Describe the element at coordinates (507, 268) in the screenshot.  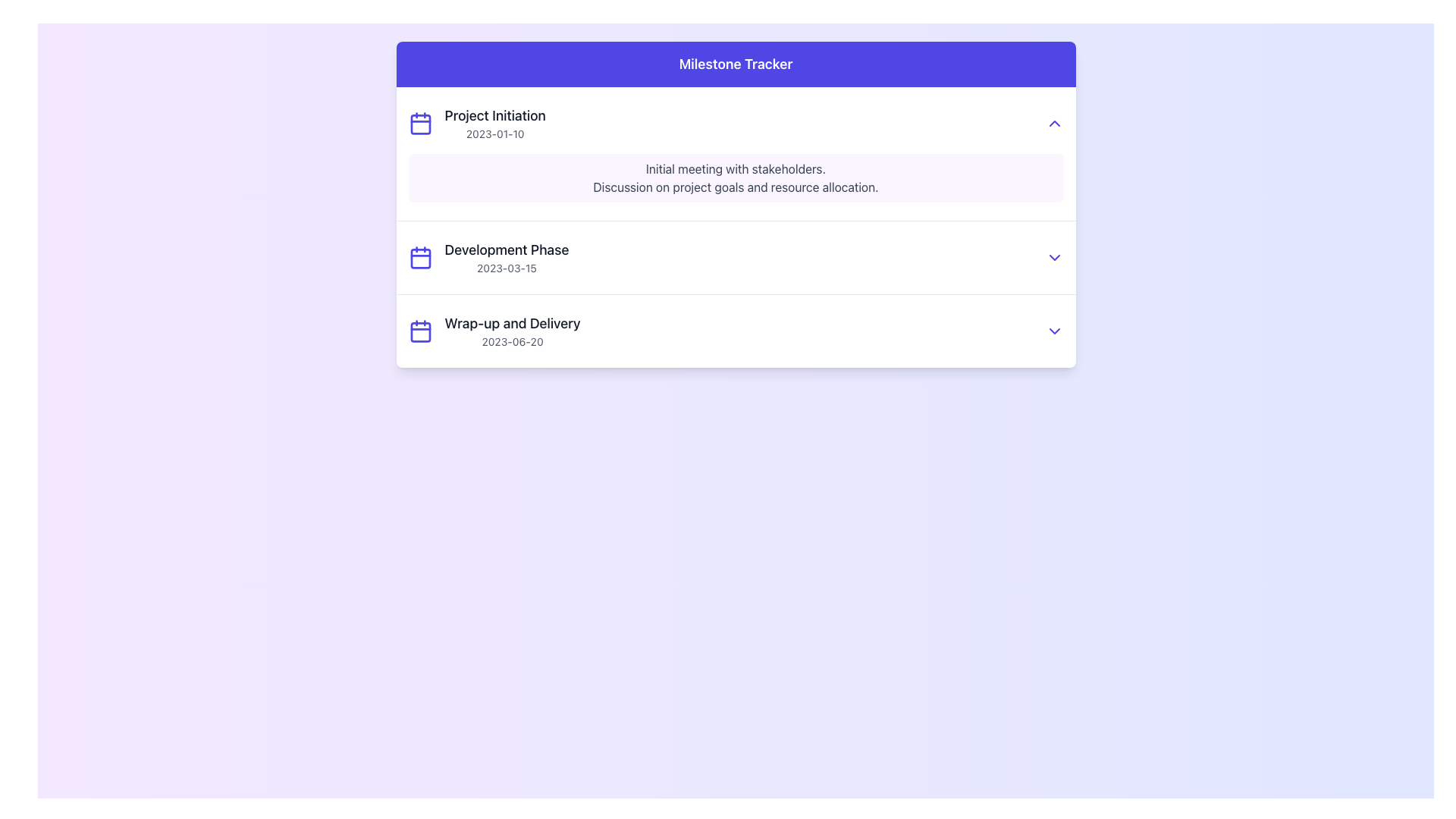
I see `the text label displaying the date '2023-03-15' located below 'Development Phase' in the Milestone Tracker section` at that location.